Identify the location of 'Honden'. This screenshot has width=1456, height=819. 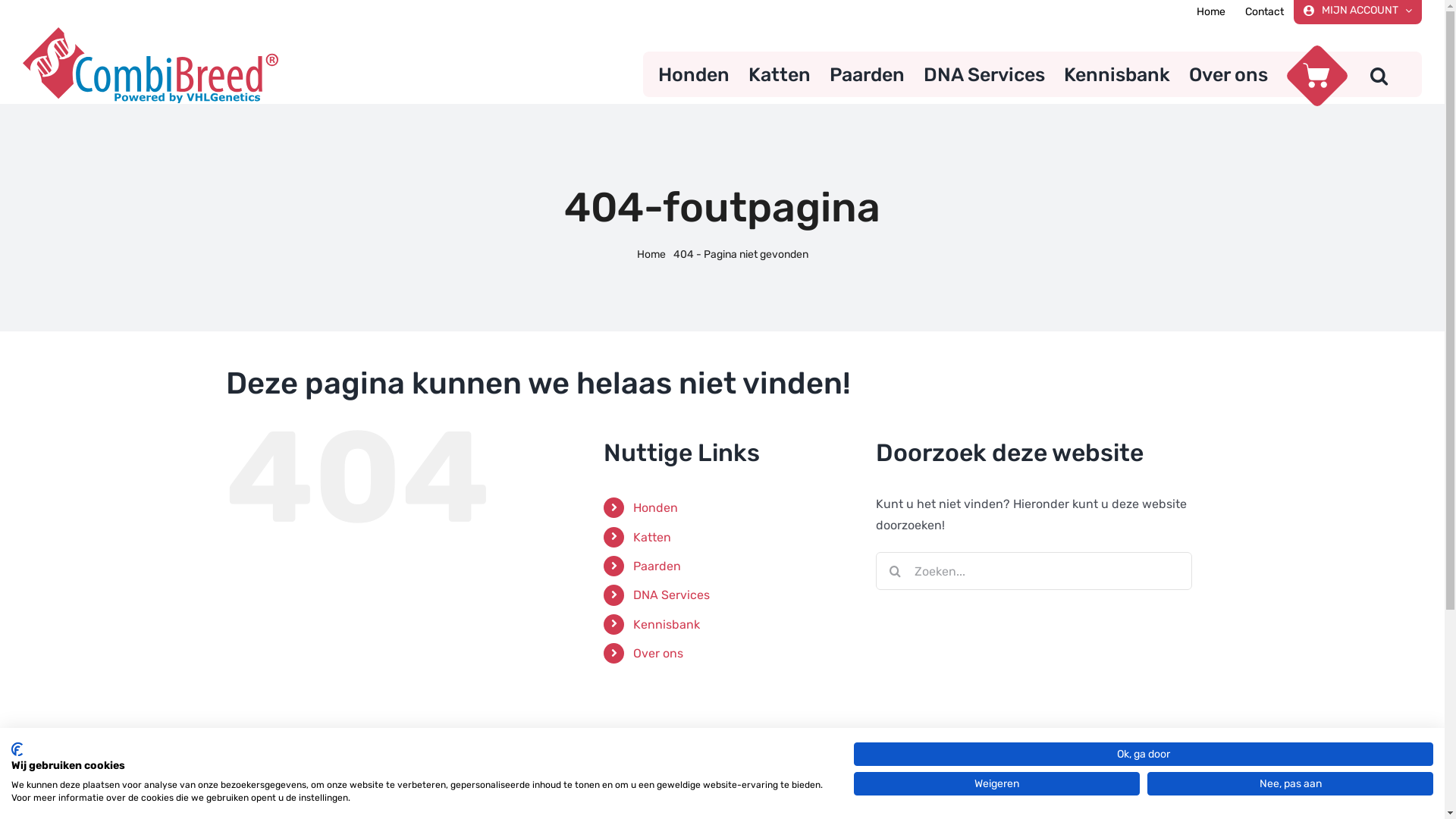
(693, 74).